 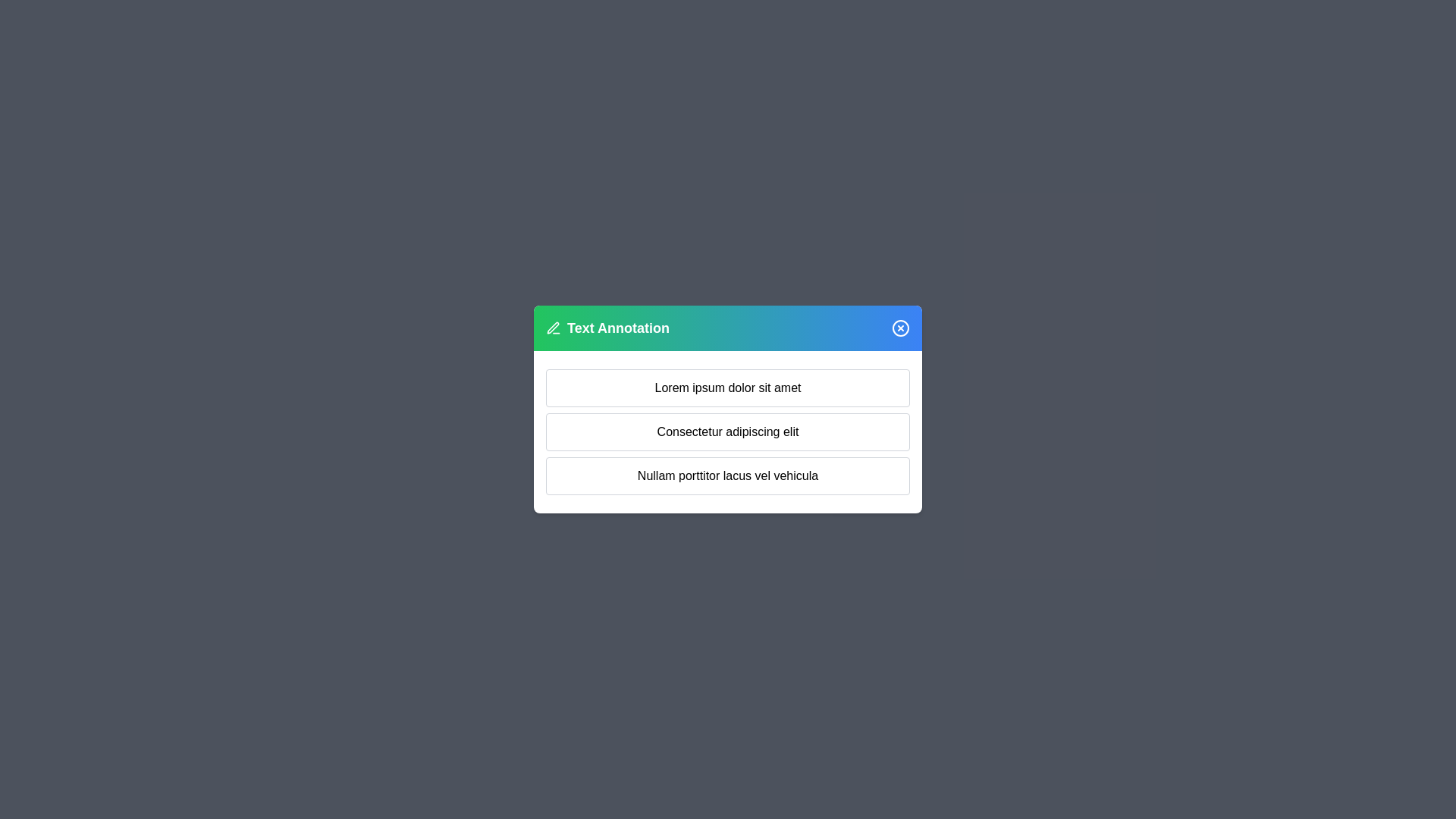 I want to click on the text block Consectetur adipiscing elit for annotation, so click(x=728, y=432).